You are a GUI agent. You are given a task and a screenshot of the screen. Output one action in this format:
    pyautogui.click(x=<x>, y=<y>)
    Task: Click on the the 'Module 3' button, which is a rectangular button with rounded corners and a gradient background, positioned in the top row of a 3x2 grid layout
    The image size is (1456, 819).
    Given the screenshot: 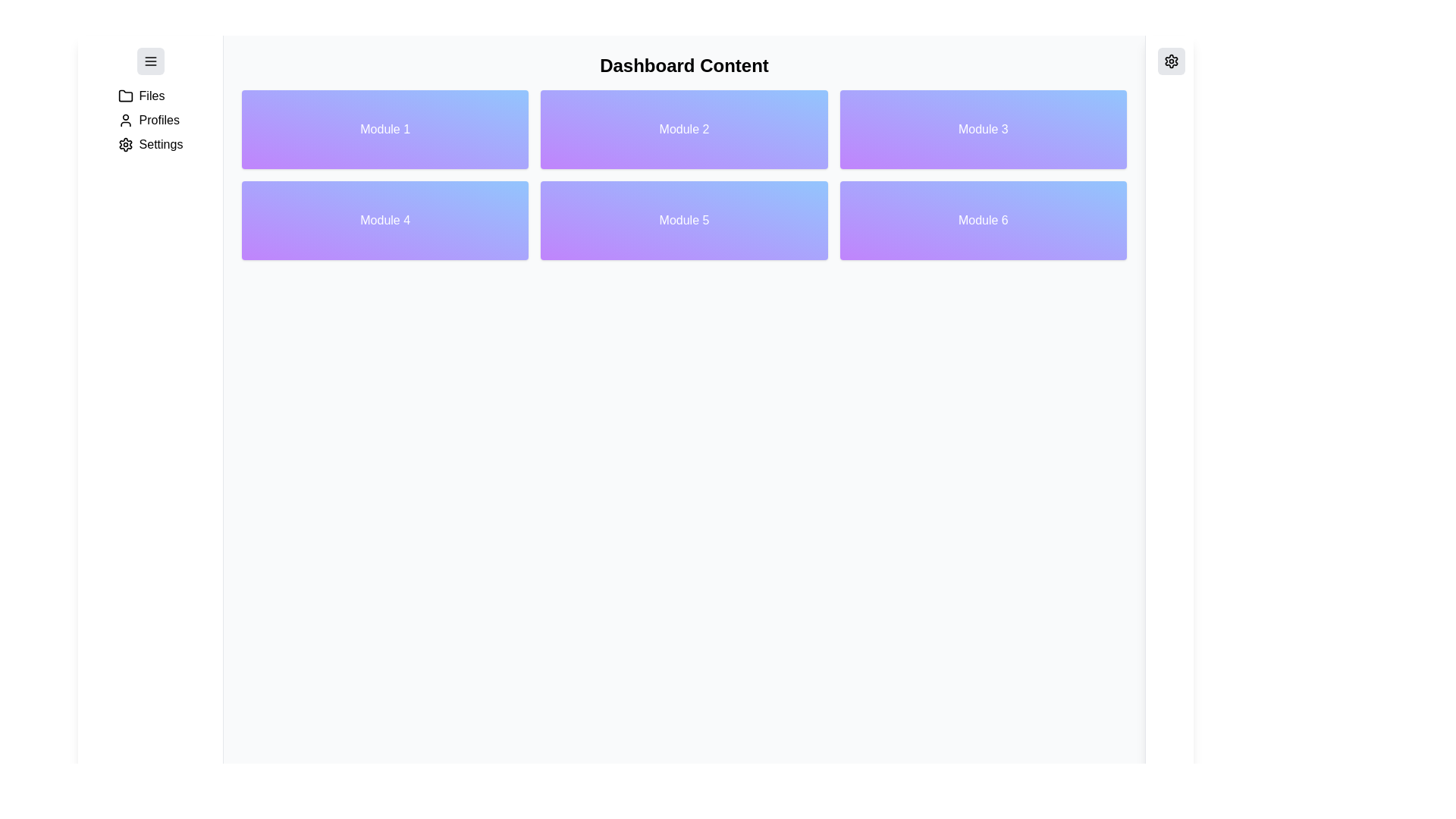 What is the action you would take?
    pyautogui.click(x=983, y=128)
    